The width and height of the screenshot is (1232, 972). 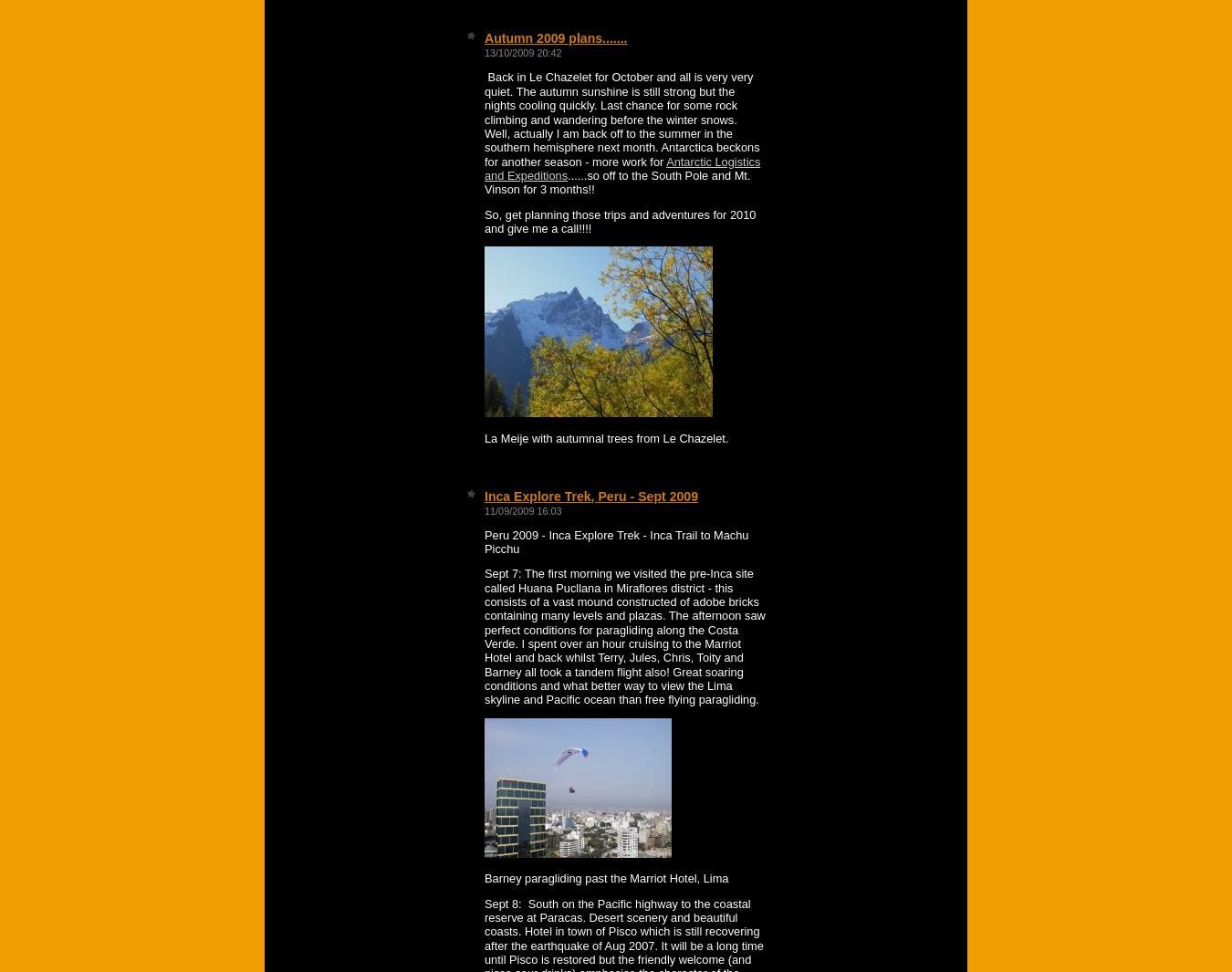 I want to click on 'La Meije with autumnal trees from Le Chazelet.', so click(x=606, y=436).